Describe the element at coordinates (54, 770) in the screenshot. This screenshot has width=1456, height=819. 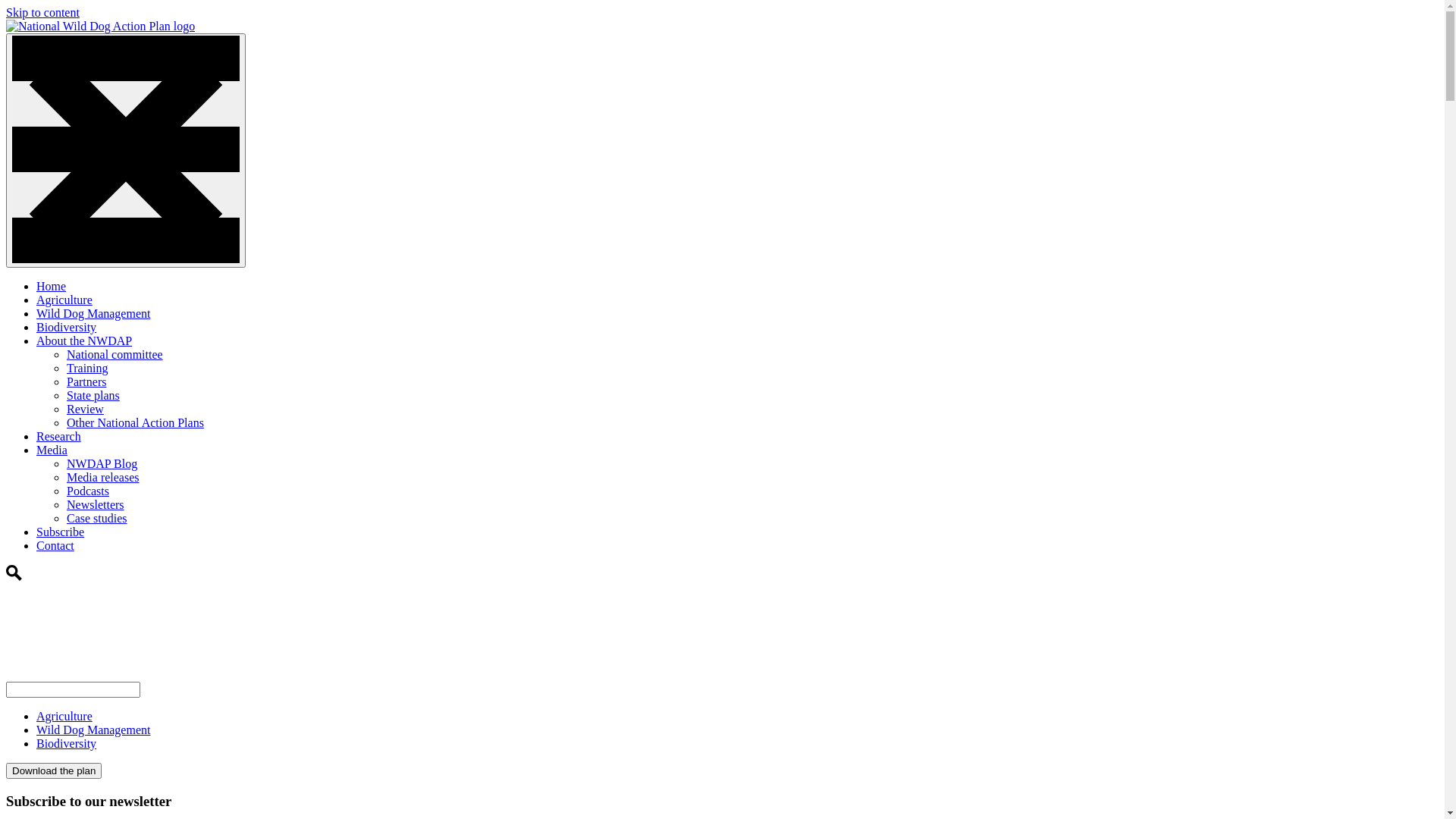
I see `'Download the plan'` at that location.